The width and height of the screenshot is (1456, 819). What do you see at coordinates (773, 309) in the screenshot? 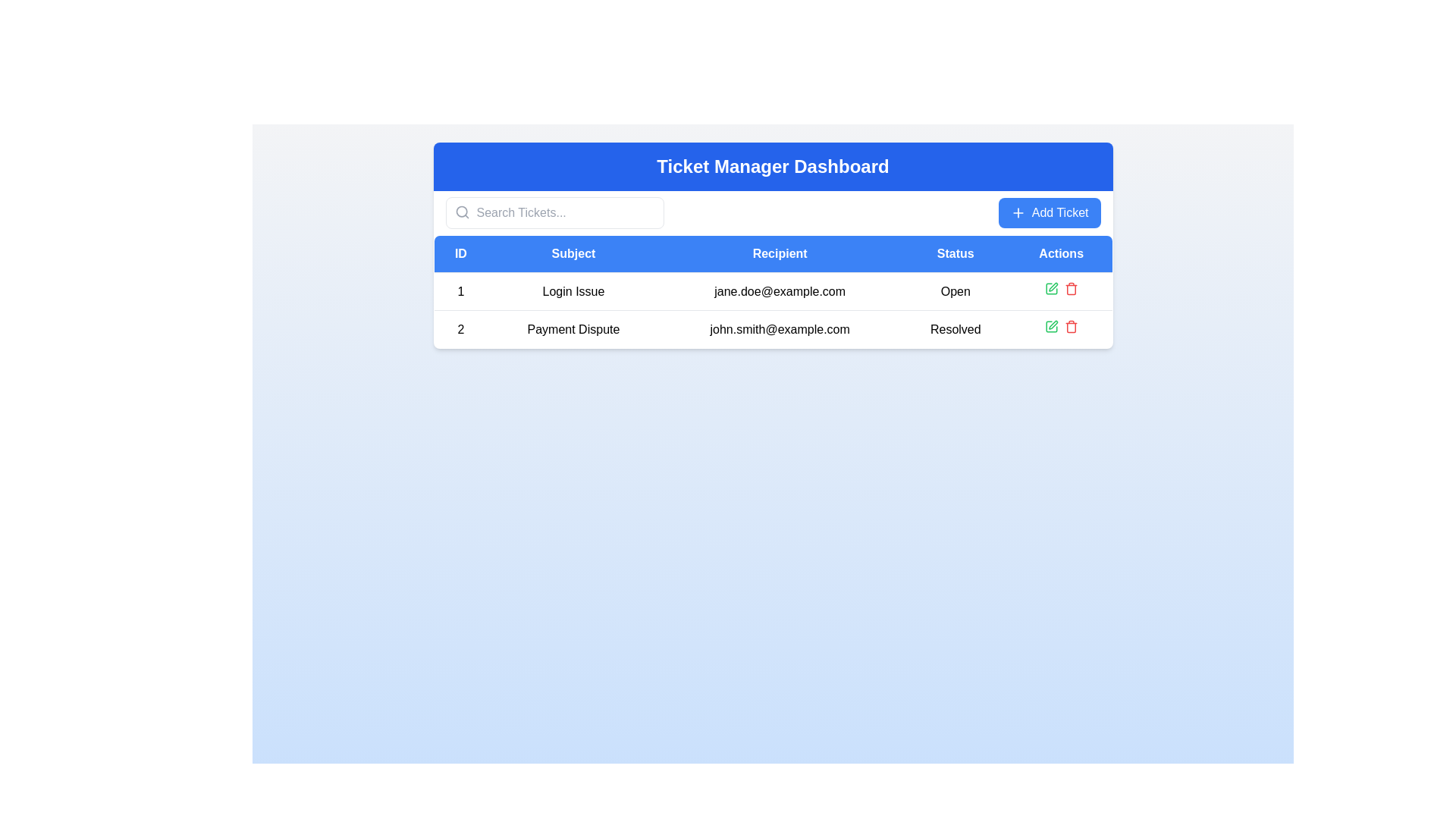
I see `the second row in the data table that displays ticket information, including issue ID, subject, recipient, and status` at bounding box center [773, 309].